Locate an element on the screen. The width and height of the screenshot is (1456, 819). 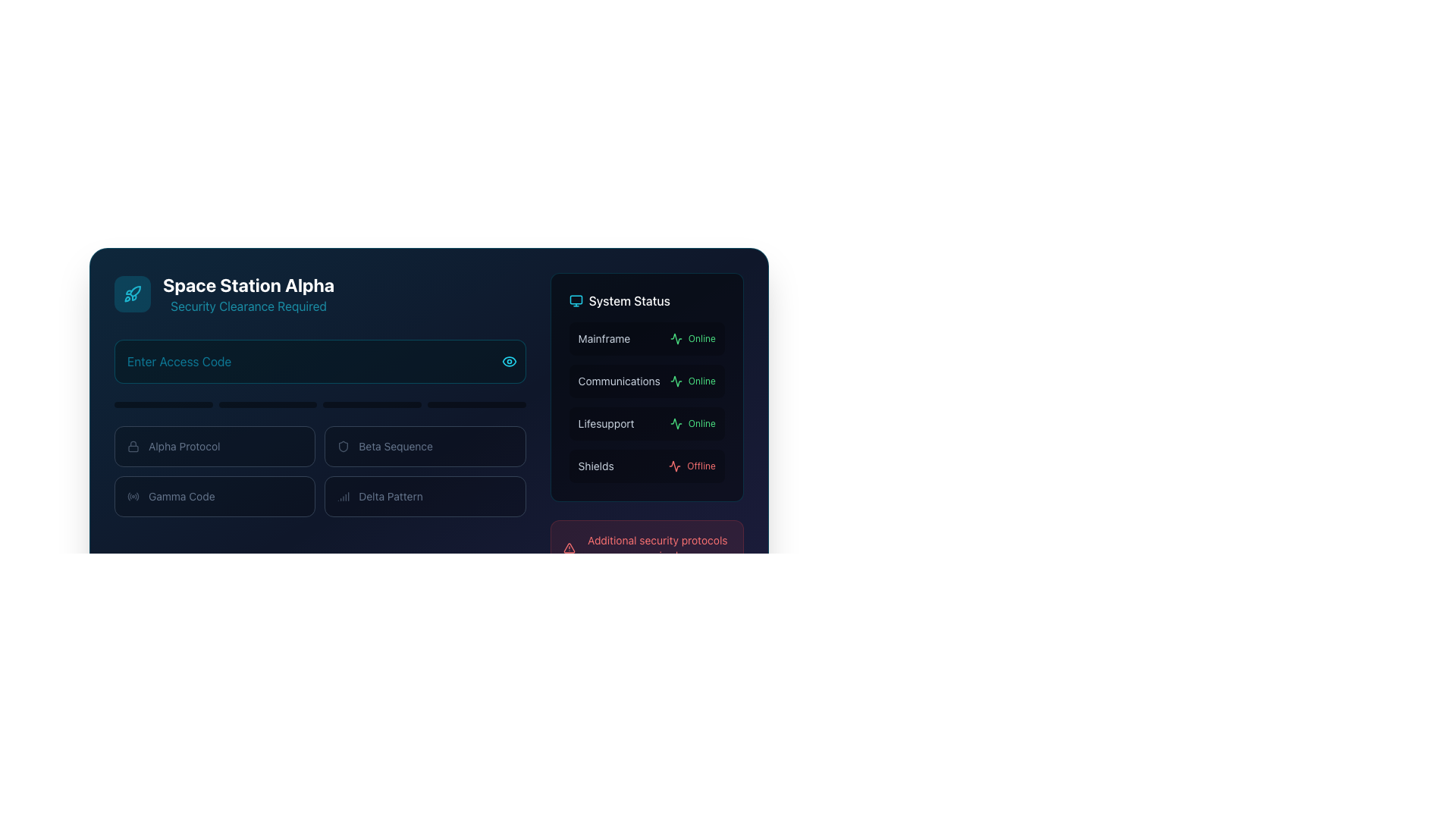
the 'Shields' text label, which is displayed in a small-sized light-gray font within the system status layout, positioned in the fourth row and to the left of the 'Offline' status is located at coordinates (595, 465).